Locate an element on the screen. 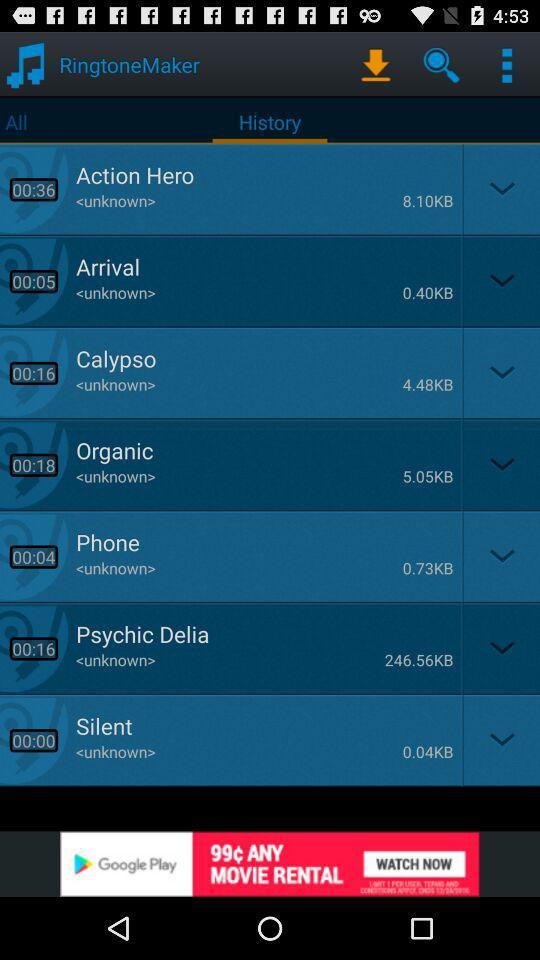 The height and width of the screenshot is (960, 540). advertisement portion is located at coordinates (270, 863).